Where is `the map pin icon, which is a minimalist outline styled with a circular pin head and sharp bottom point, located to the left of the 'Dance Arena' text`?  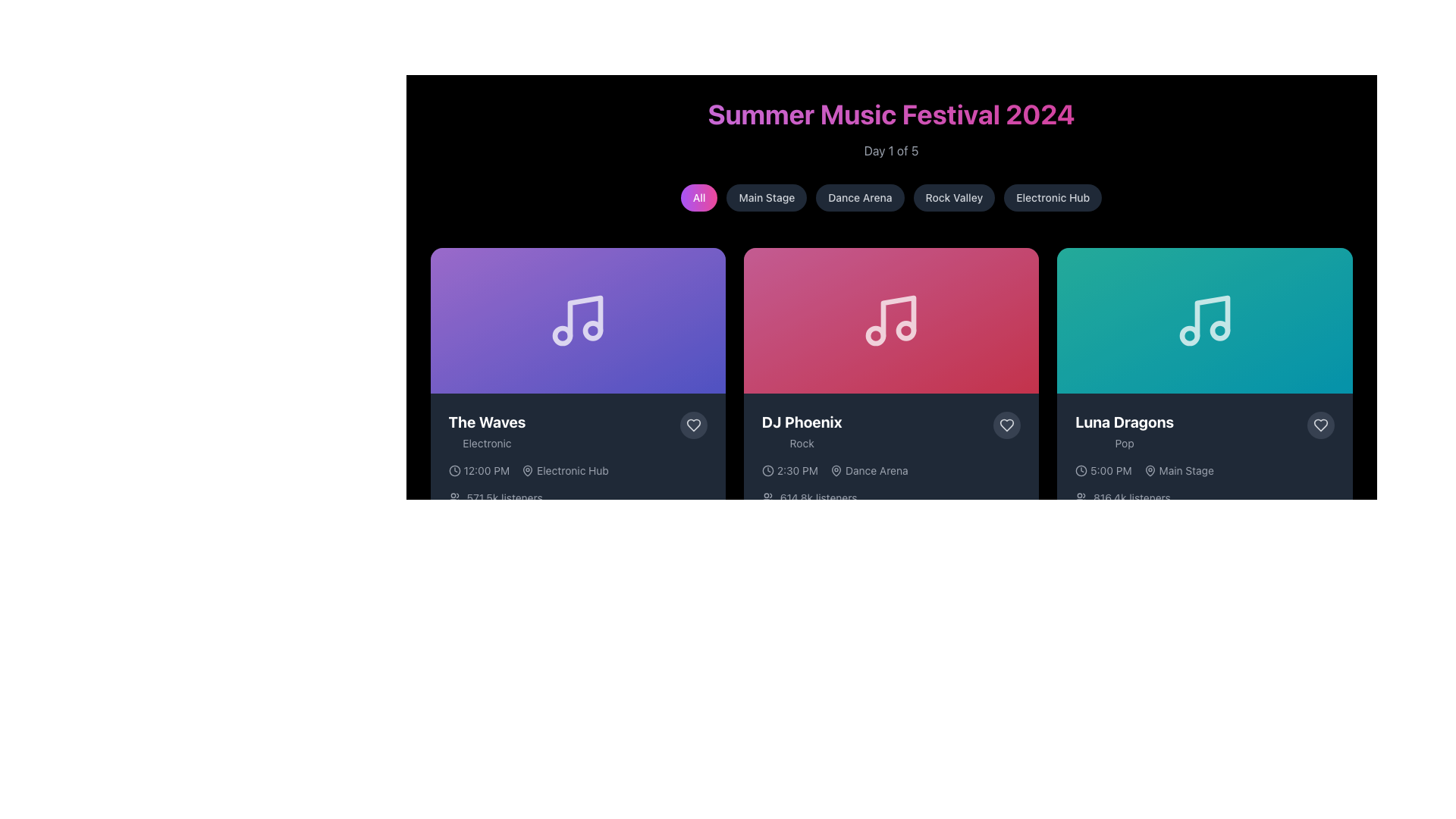
the map pin icon, which is a minimalist outline styled with a circular pin head and sharp bottom point, located to the left of the 'Dance Arena' text is located at coordinates (836, 470).